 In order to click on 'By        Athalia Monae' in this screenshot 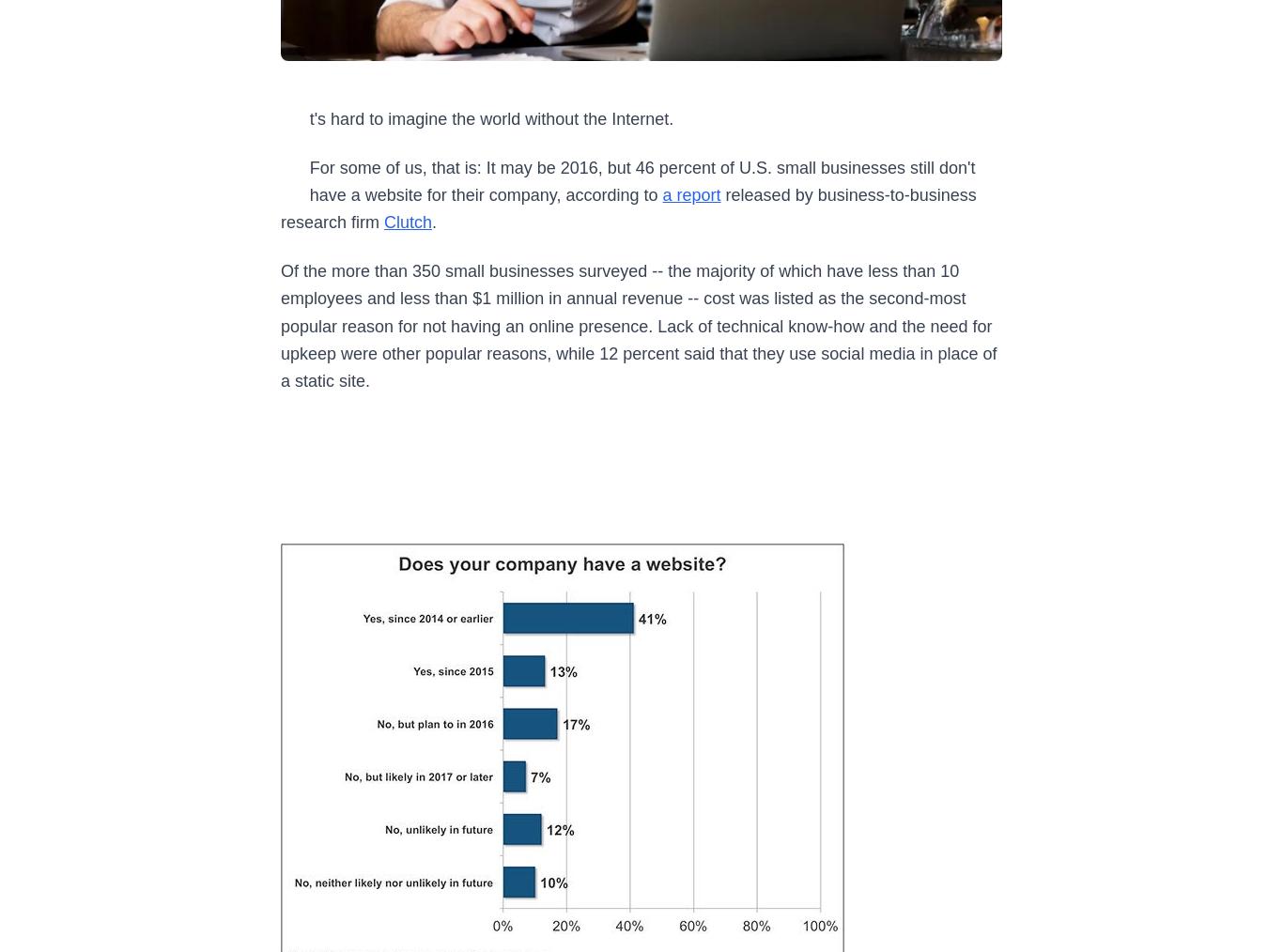, I will do `click(329, 8)`.